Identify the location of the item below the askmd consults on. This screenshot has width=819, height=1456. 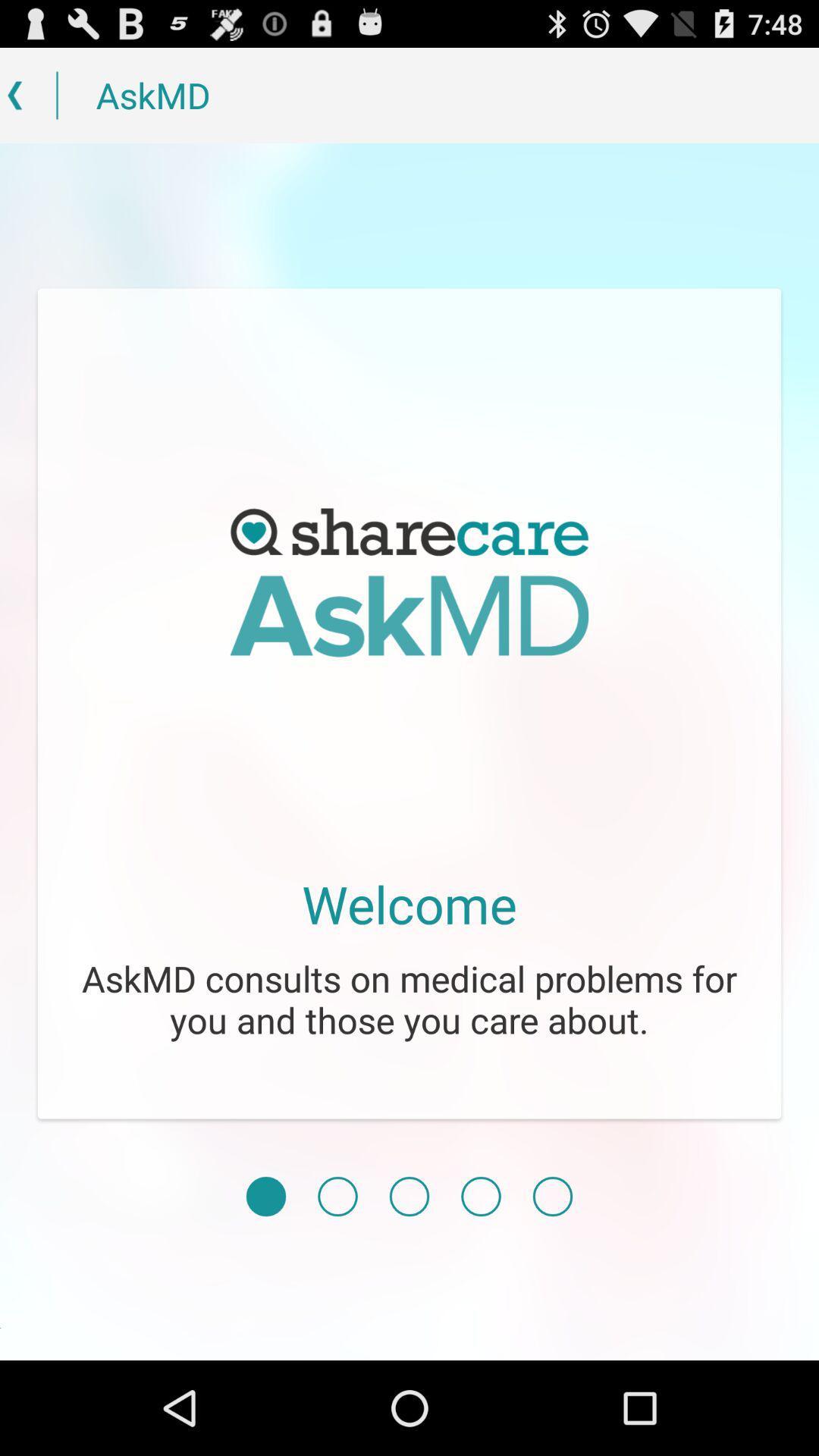
(265, 1196).